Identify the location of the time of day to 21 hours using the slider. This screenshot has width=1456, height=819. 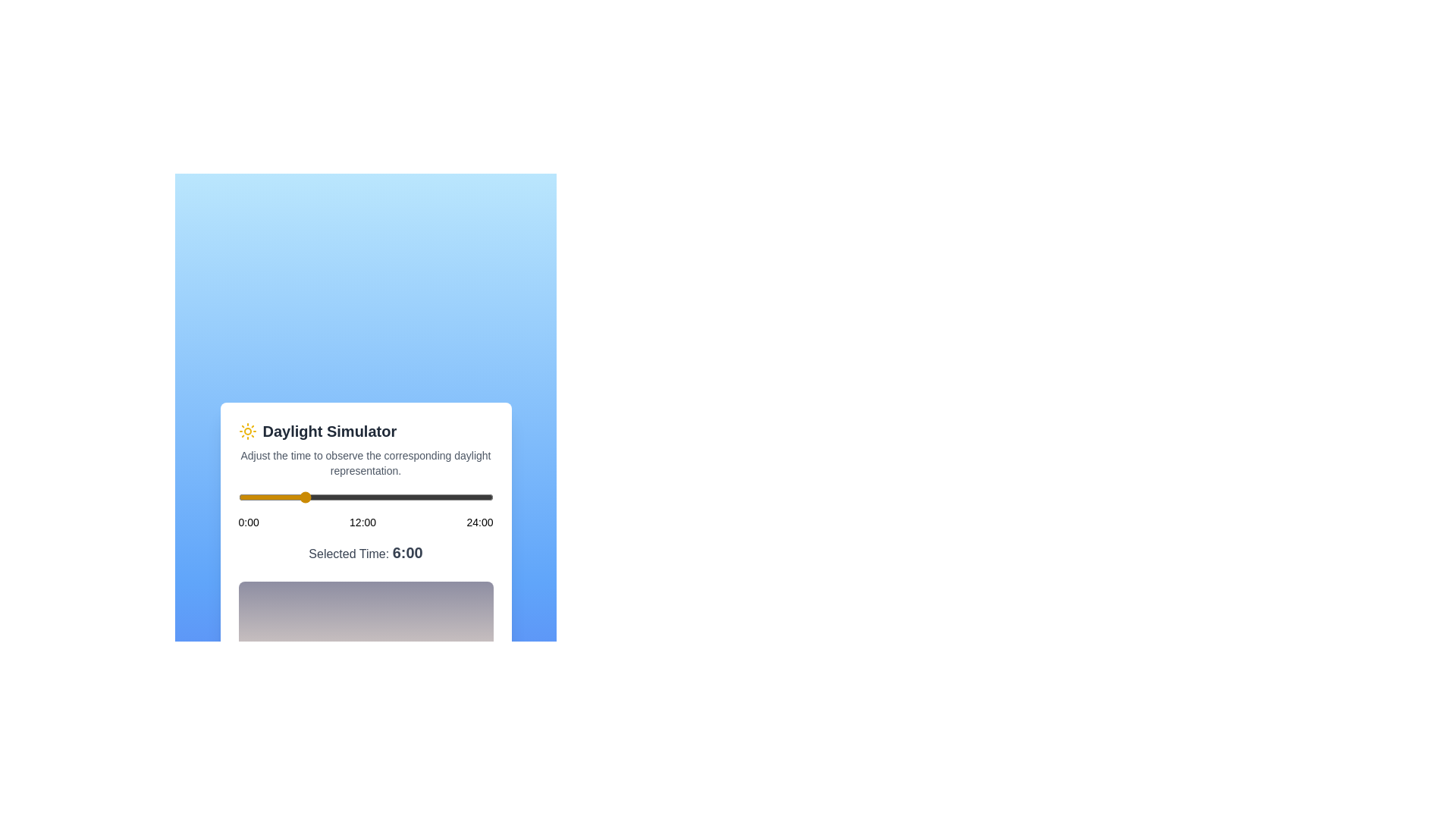
(460, 497).